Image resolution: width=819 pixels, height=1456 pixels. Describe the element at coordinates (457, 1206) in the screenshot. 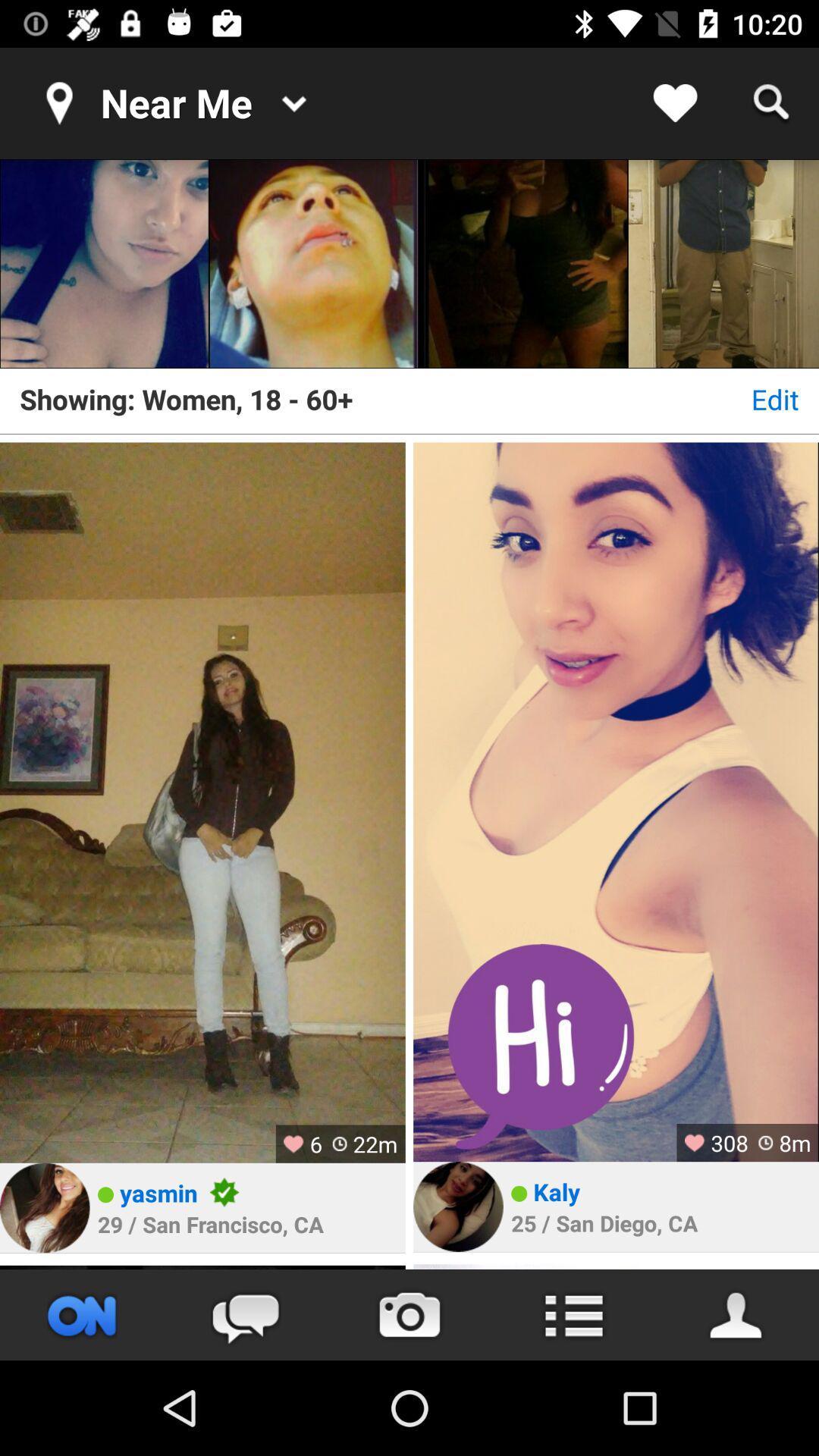

I see `open profile` at that location.